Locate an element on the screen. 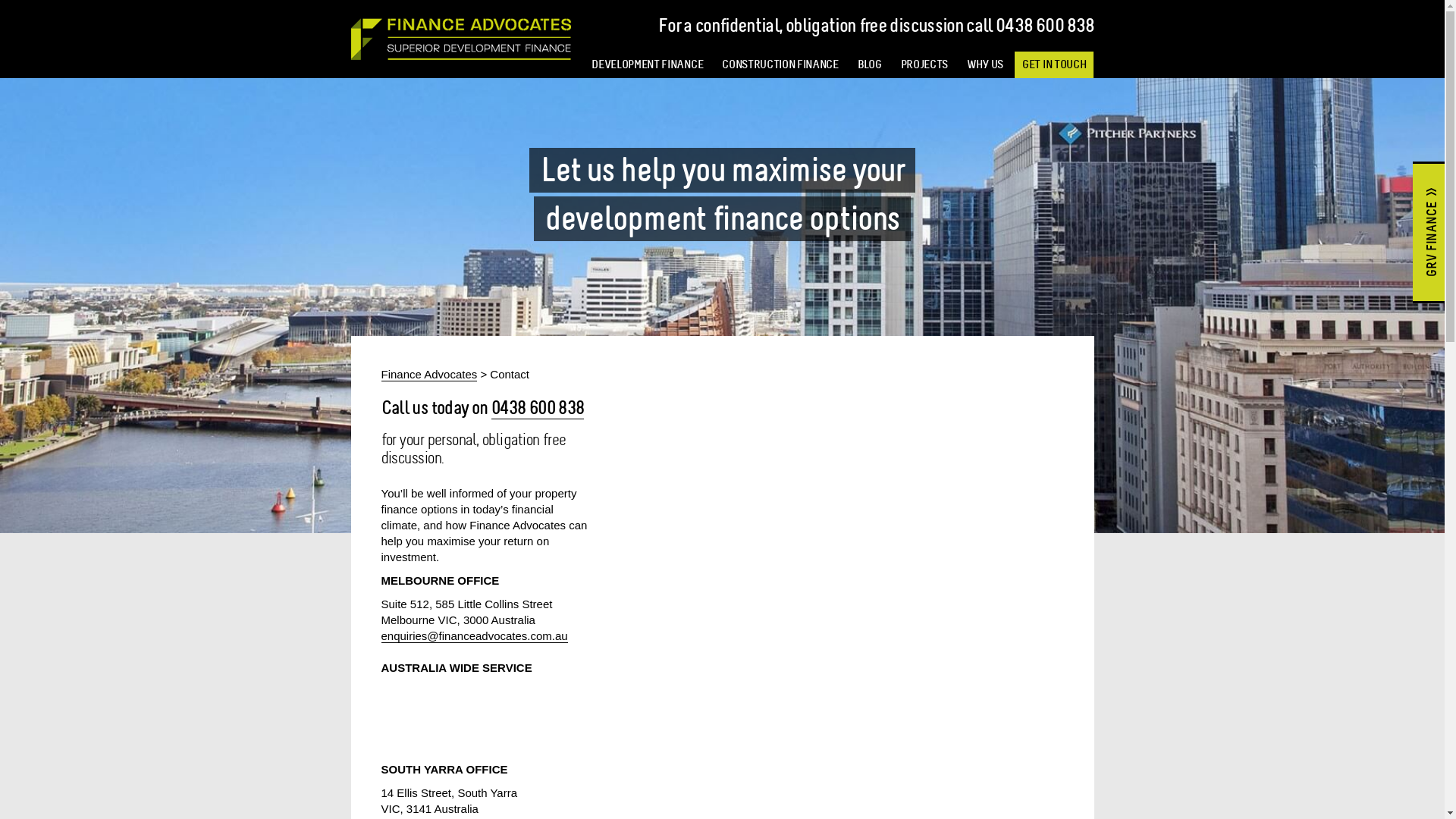 This screenshot has height=819, width=1456. 'BLOG' is located at coordinates (870, 64).